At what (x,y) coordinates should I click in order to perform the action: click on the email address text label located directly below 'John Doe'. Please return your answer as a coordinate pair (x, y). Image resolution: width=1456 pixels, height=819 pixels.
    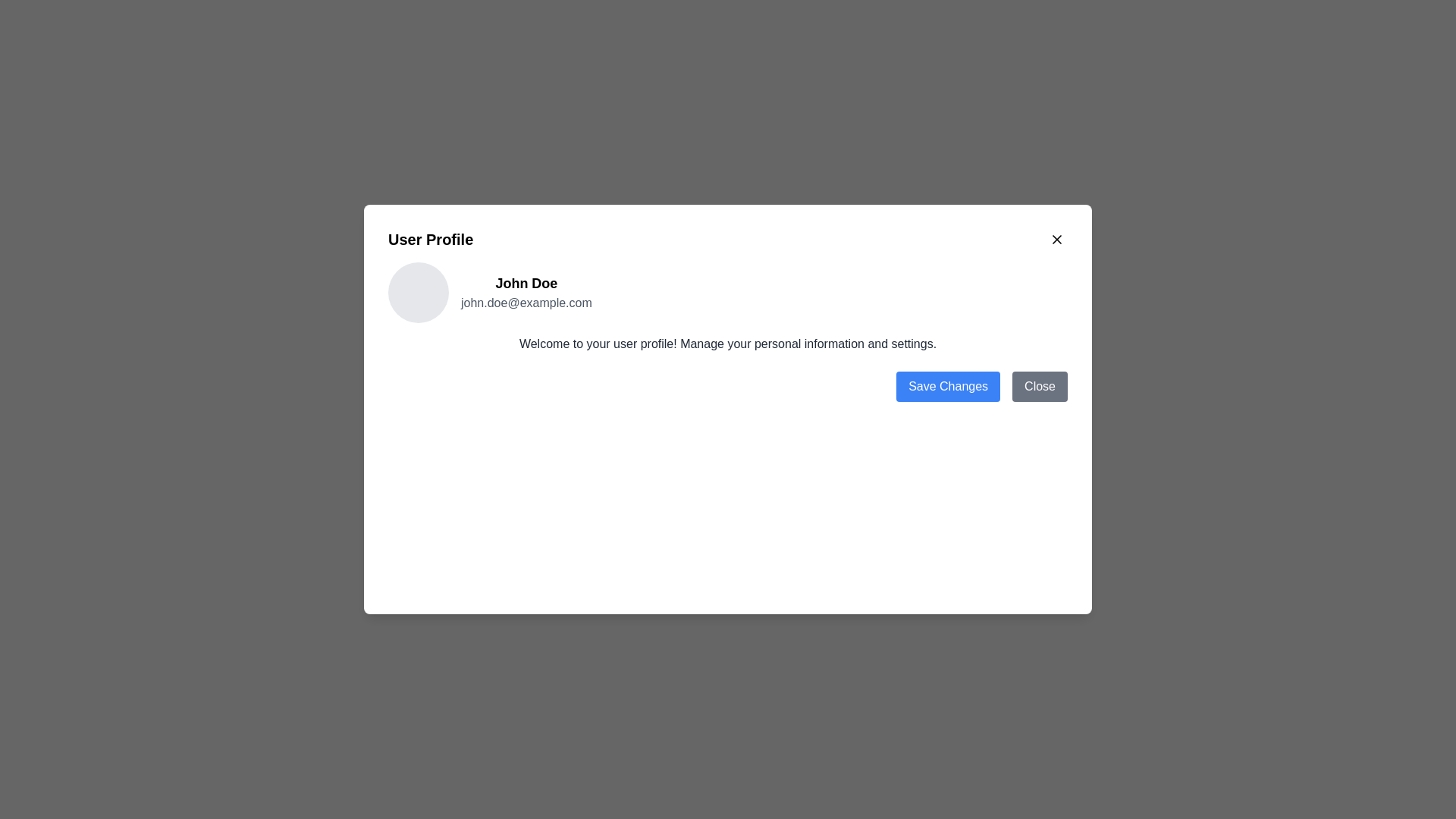
    Looking at the image, I should click on (526, 303).